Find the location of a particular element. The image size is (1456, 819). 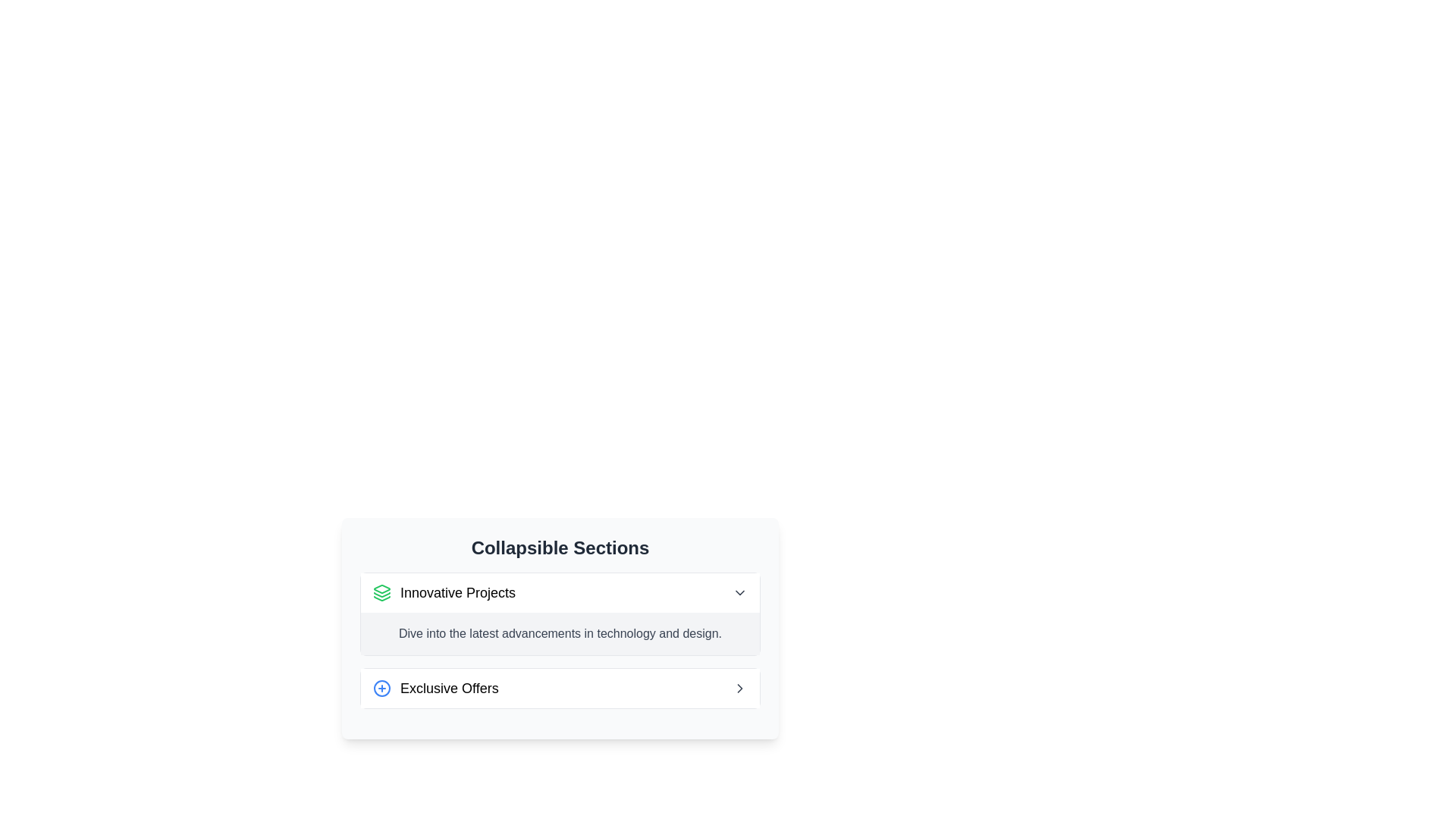

the static text block displaying 'Dive into the latest advancements in technology and design,' located within the 'Innovative Projects' collapsible section is located at coordinates (560, 634).